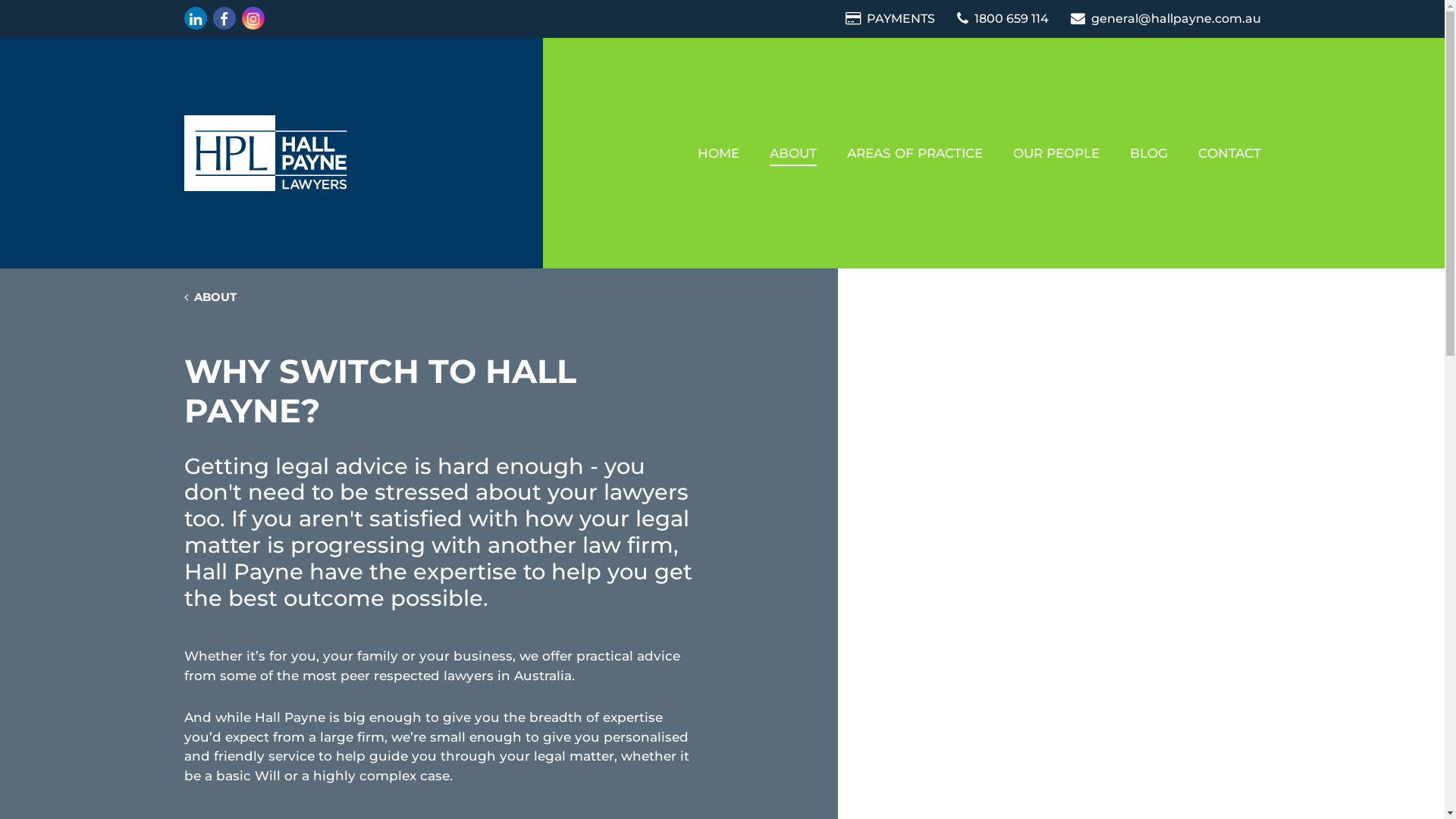 The height and width of the screenshot is (819, 1456). Describe the element at coordinates (1229, 152) in the screenshot. I see `'CONTACT'` at that location.